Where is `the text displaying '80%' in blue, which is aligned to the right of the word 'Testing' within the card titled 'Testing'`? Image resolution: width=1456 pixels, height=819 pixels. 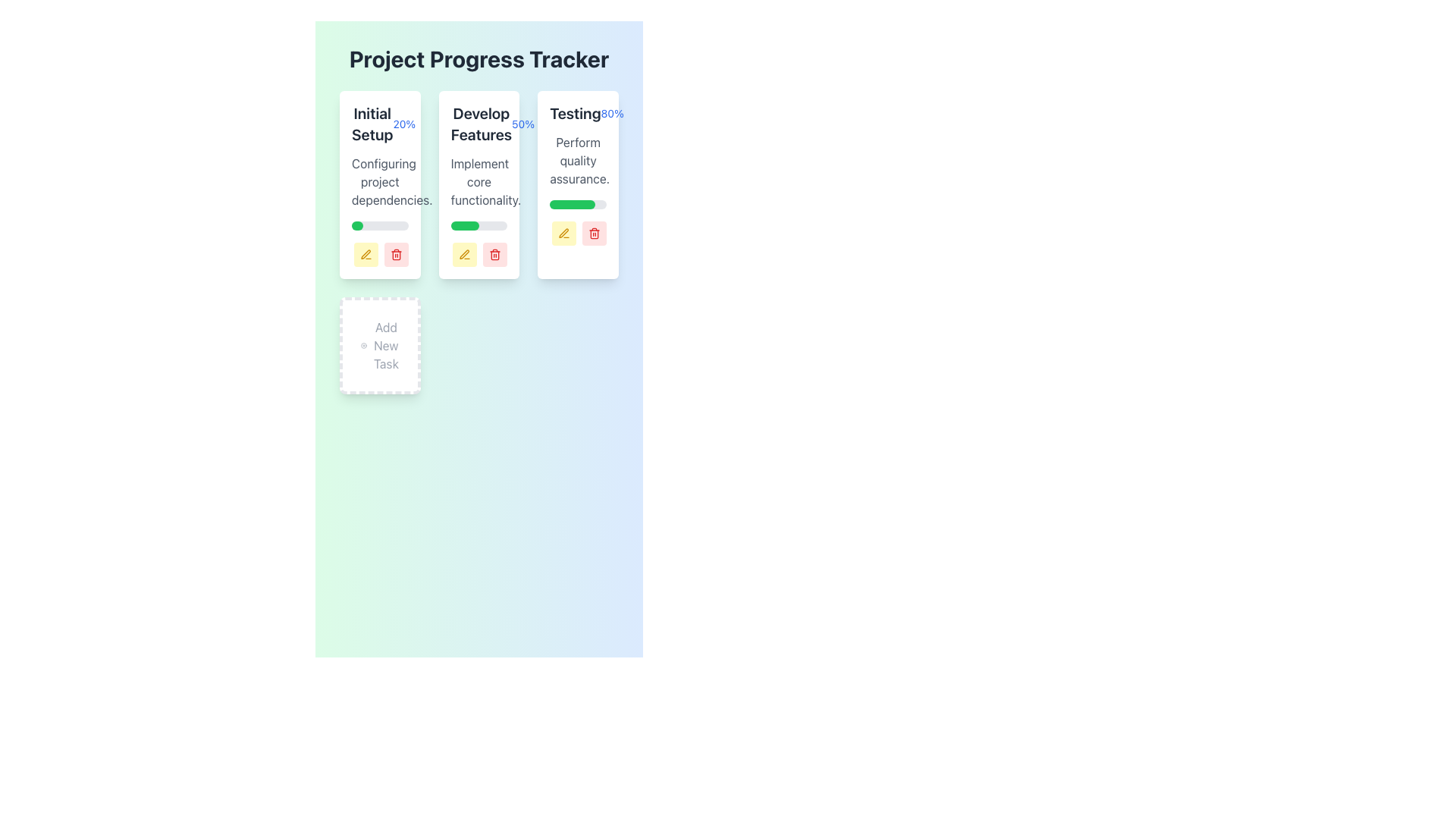
the text displaying '80%' in blue, which is aligned to the right of the word 'Testing' within the card titled 'Testing' is located at coordinates (612, 113).